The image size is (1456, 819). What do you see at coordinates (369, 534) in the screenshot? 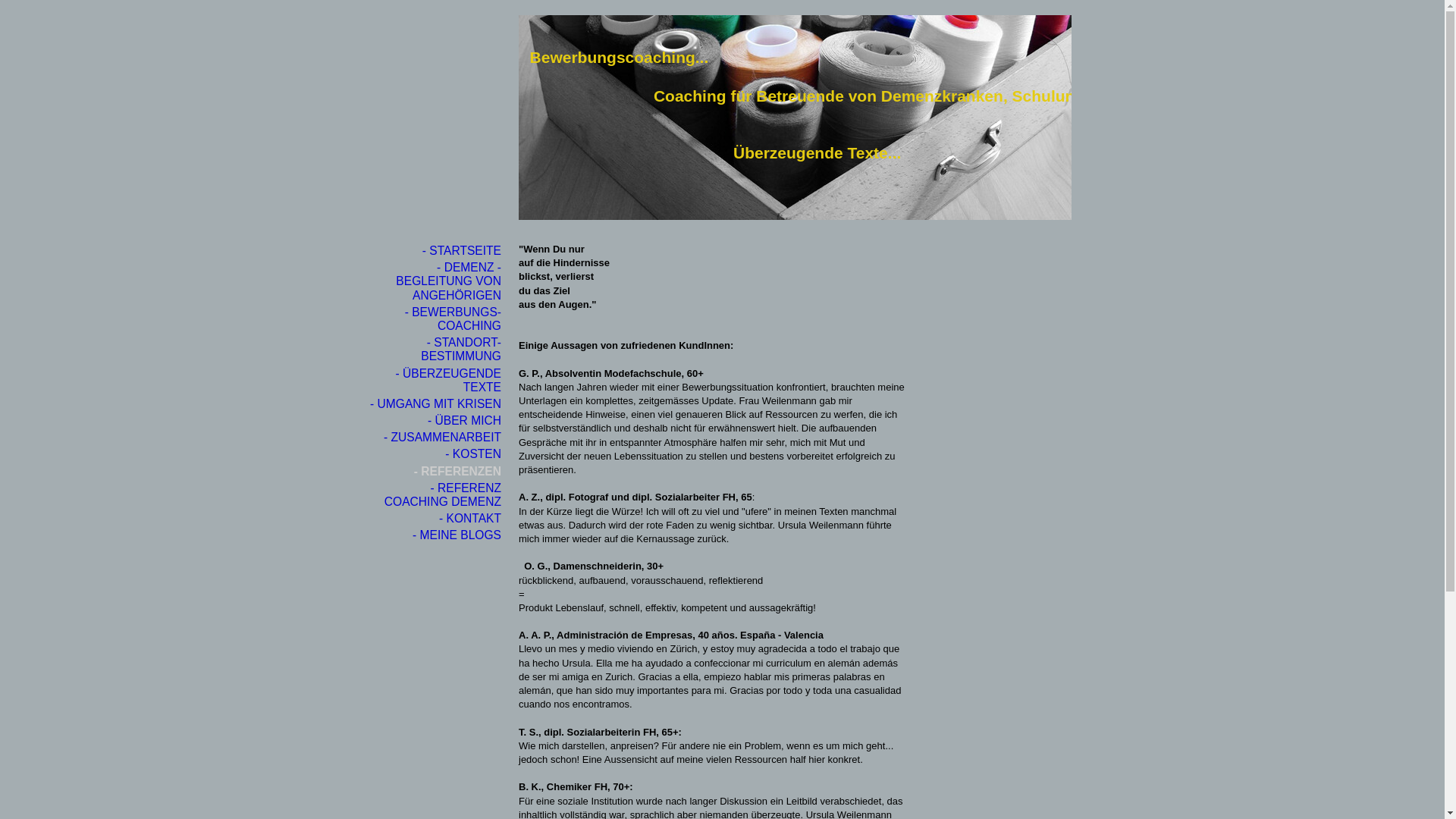
I see `'- MEINE BLOGS'` at bounding box center [369, 534].